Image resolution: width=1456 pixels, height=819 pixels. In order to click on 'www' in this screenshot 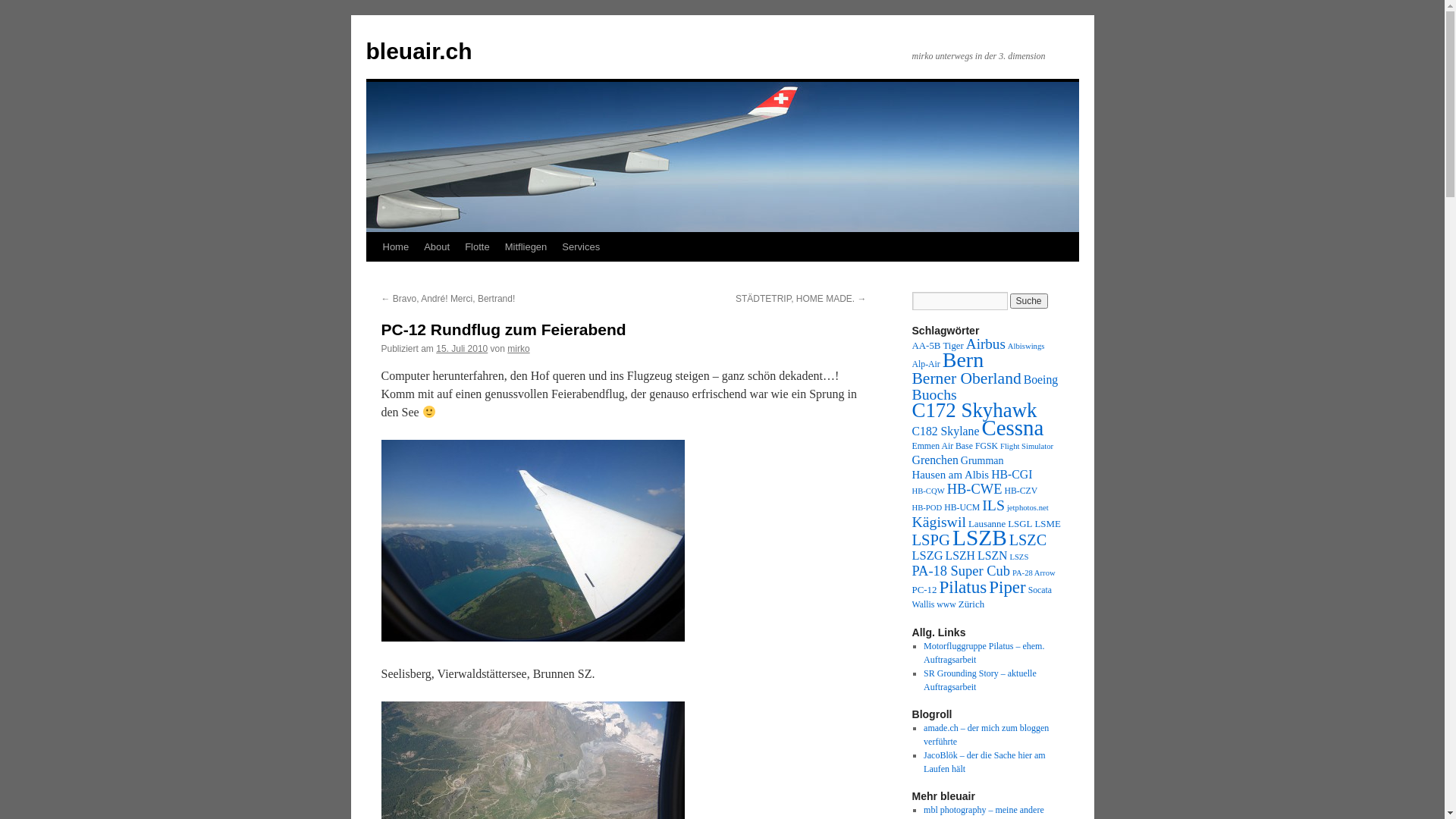, I will do `click(946, 604)`.